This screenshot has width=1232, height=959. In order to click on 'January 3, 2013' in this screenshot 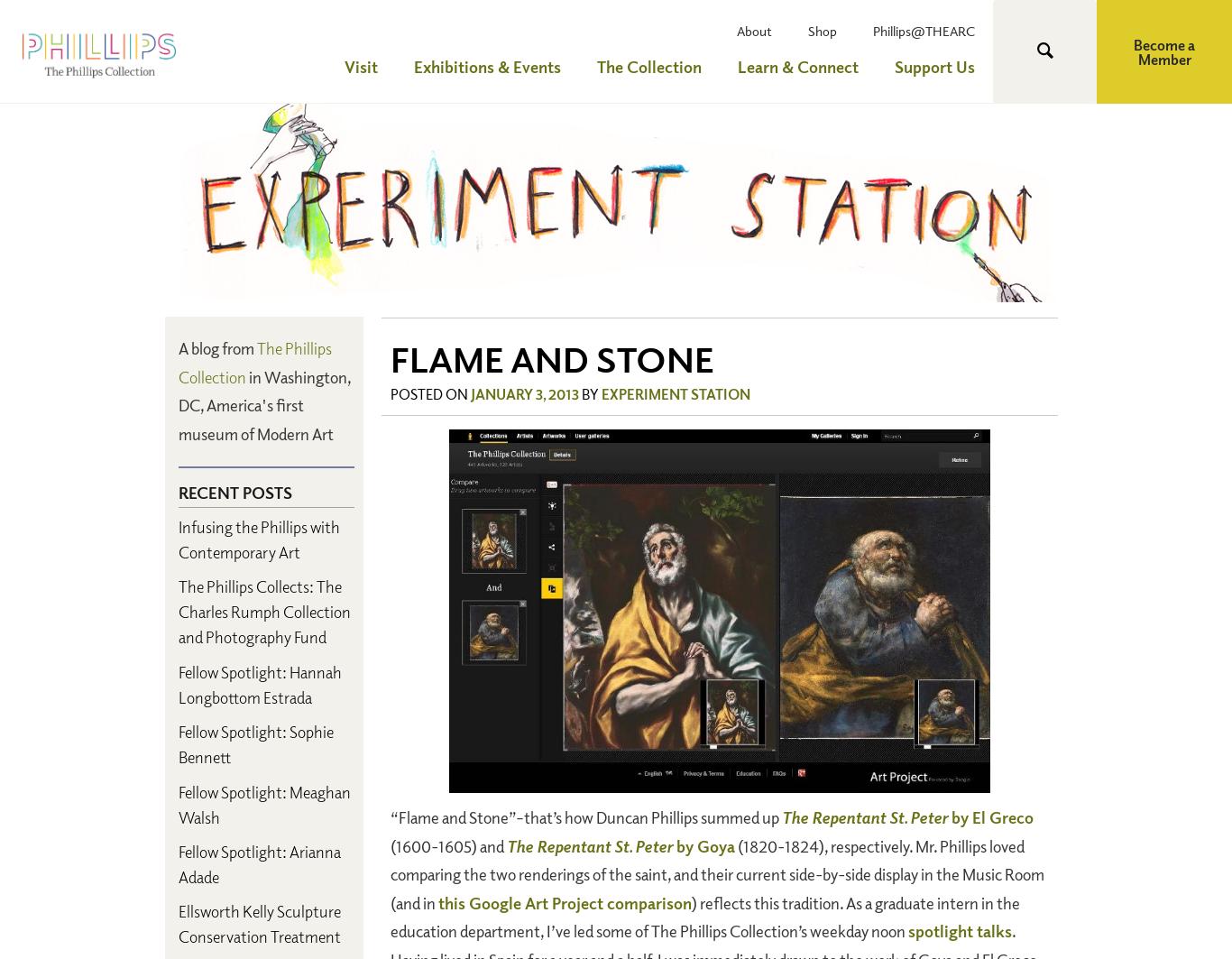, I will do `click(524, 393)`.